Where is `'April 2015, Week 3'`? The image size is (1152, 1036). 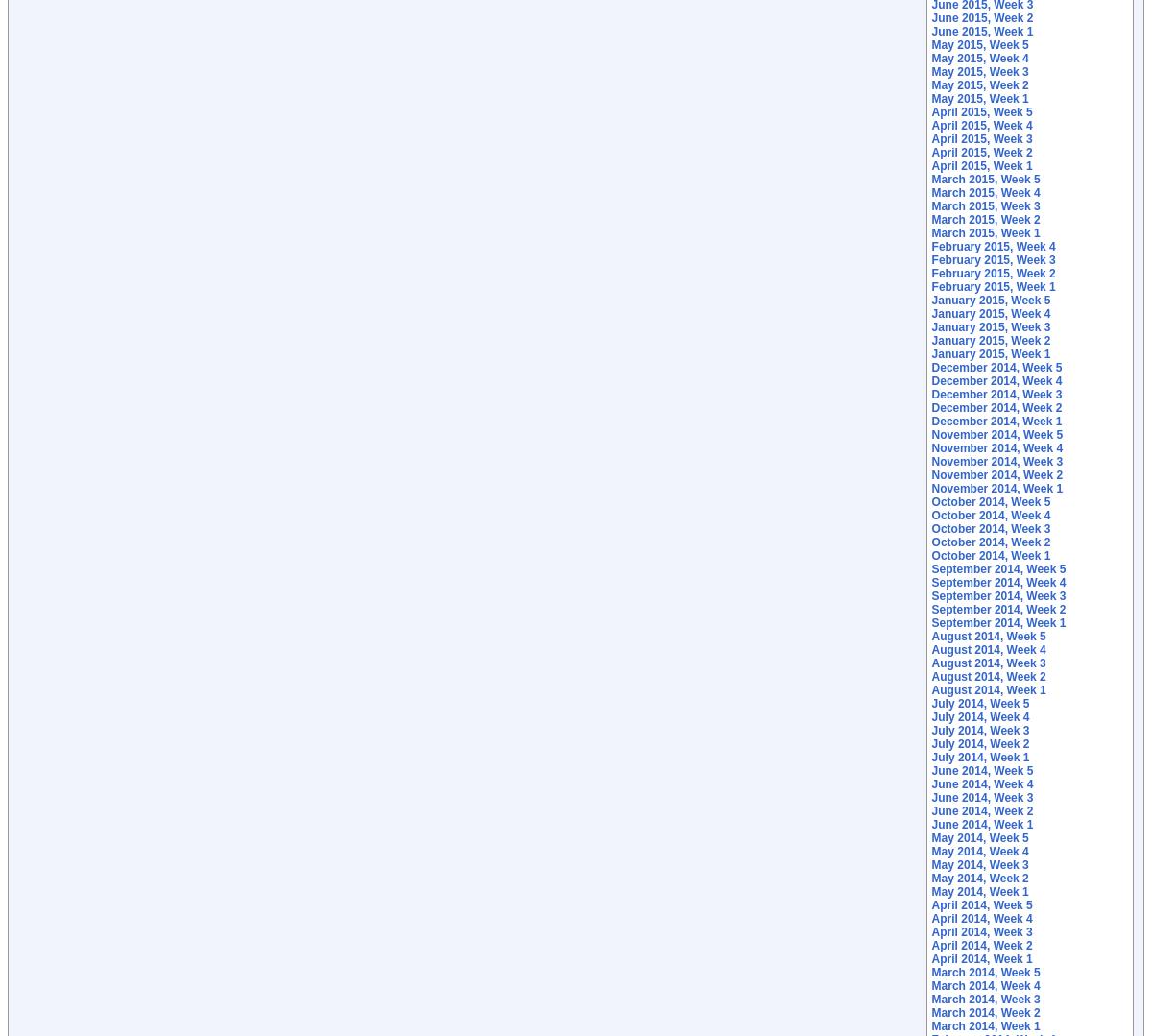
'April 2015, Week 3' is located at coordinates (981, 138).